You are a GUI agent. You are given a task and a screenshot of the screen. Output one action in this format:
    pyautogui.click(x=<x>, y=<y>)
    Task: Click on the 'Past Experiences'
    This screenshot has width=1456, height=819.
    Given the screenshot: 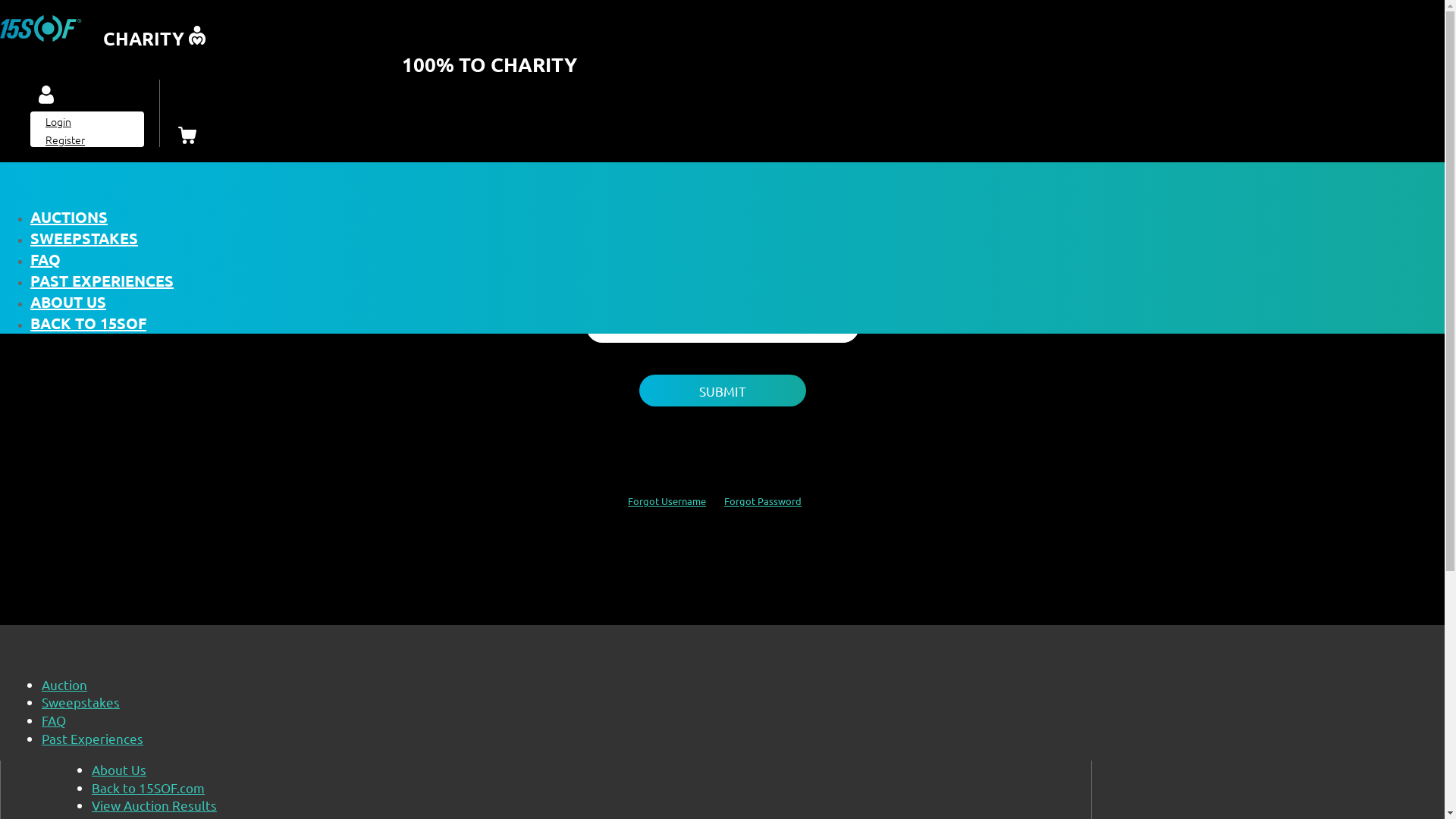 What is the action you would take?
    pyautogui.click(x=91, y=737)
    